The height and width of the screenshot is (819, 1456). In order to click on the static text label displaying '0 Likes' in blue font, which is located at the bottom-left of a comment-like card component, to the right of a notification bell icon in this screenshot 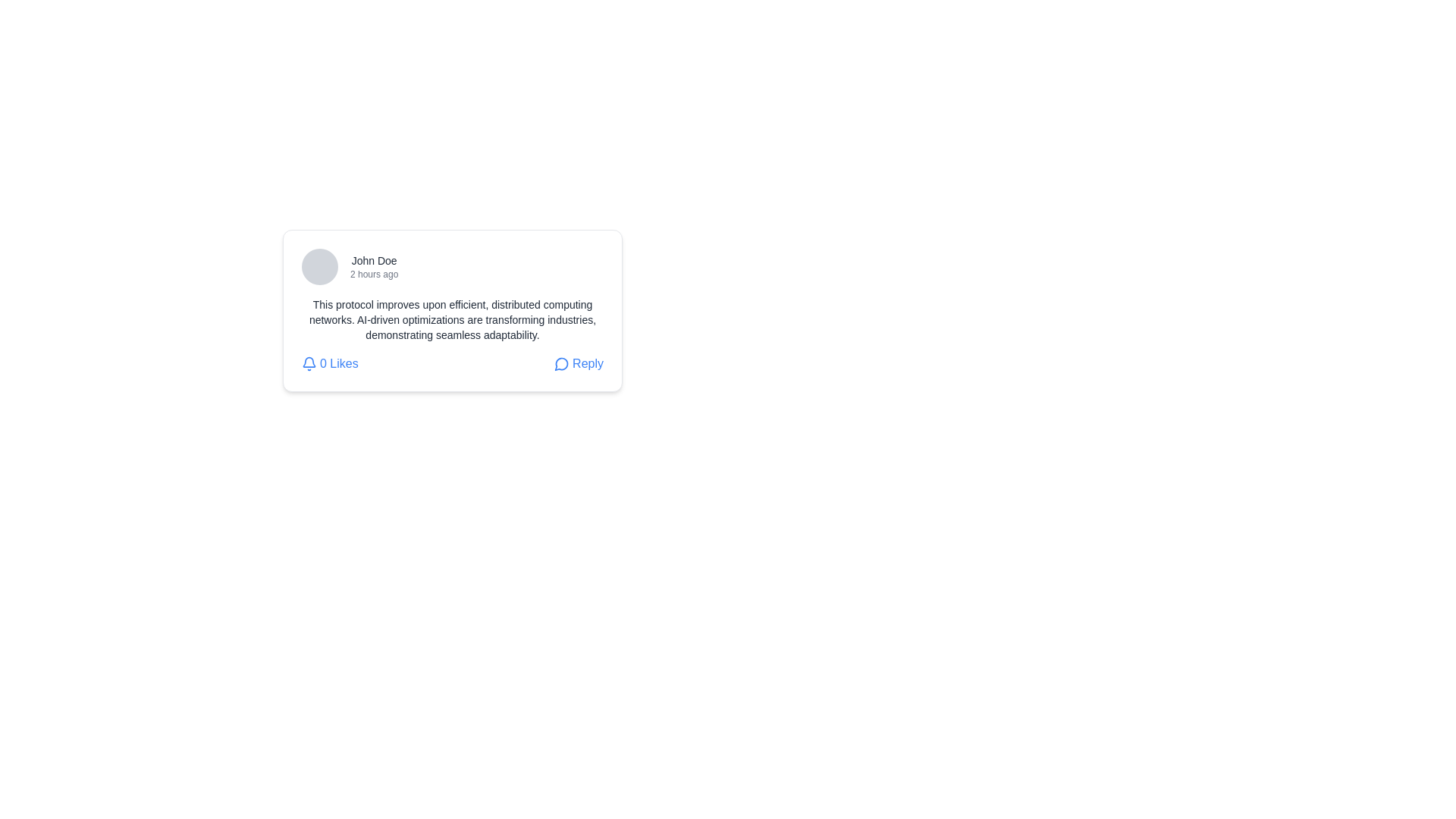, I will do `click(338, 363)`.